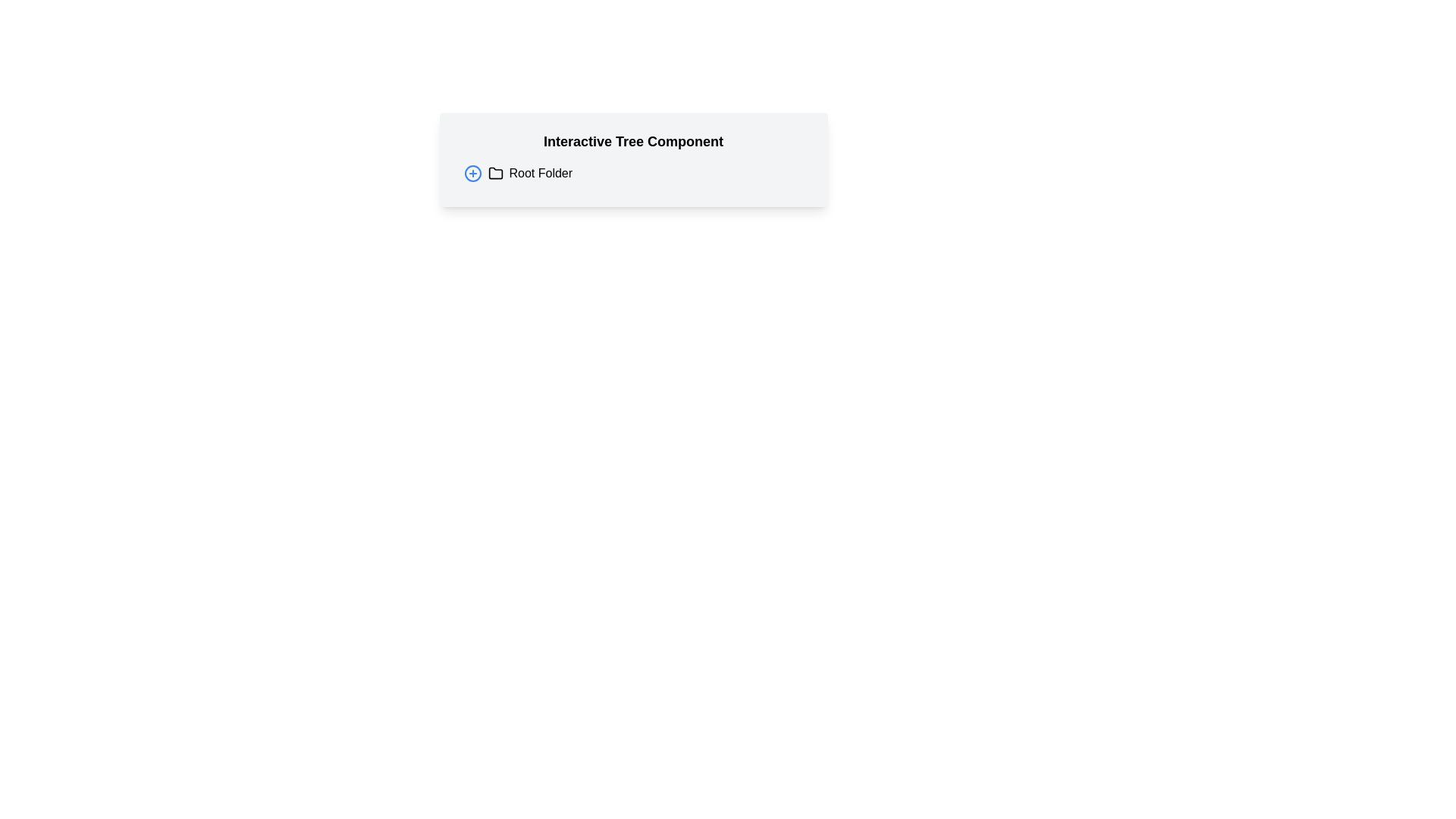 The image size is (1456, 819). What do you see at coordinates (472, 172) in the screenshot?
I see `the circular element within the SVG that serves as the outer boundary of the '+' shaped icon design, located adjacent to the folder icon and left of the 'Root Folder' text` at bounding box center [472, 172].